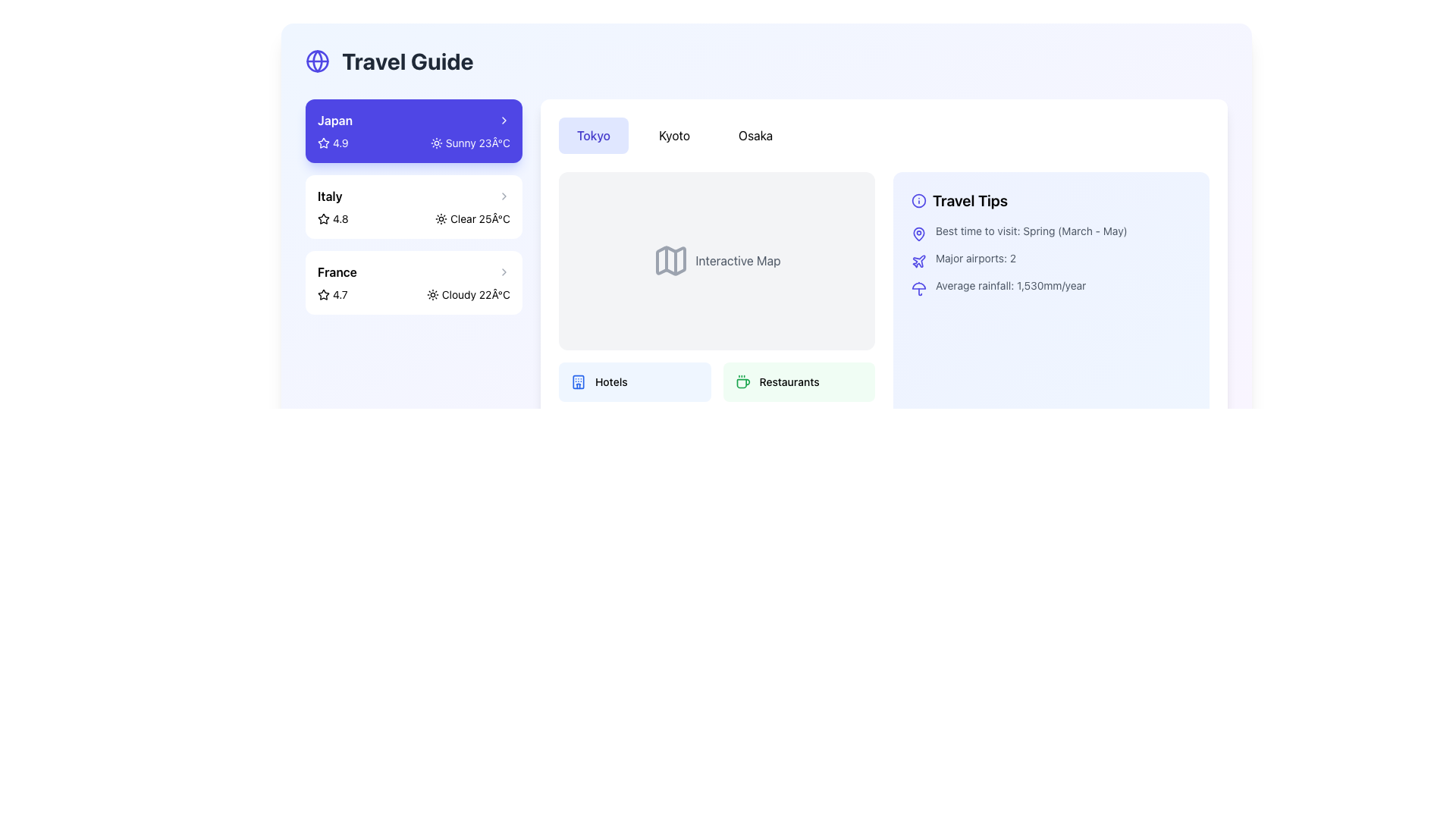  Describe the element at coordinates (592, 134) in the screenshot. I see `the navigation tab button labeled 'Tokyo' located in the top-center area above the 'Interactive Map'` at that location.